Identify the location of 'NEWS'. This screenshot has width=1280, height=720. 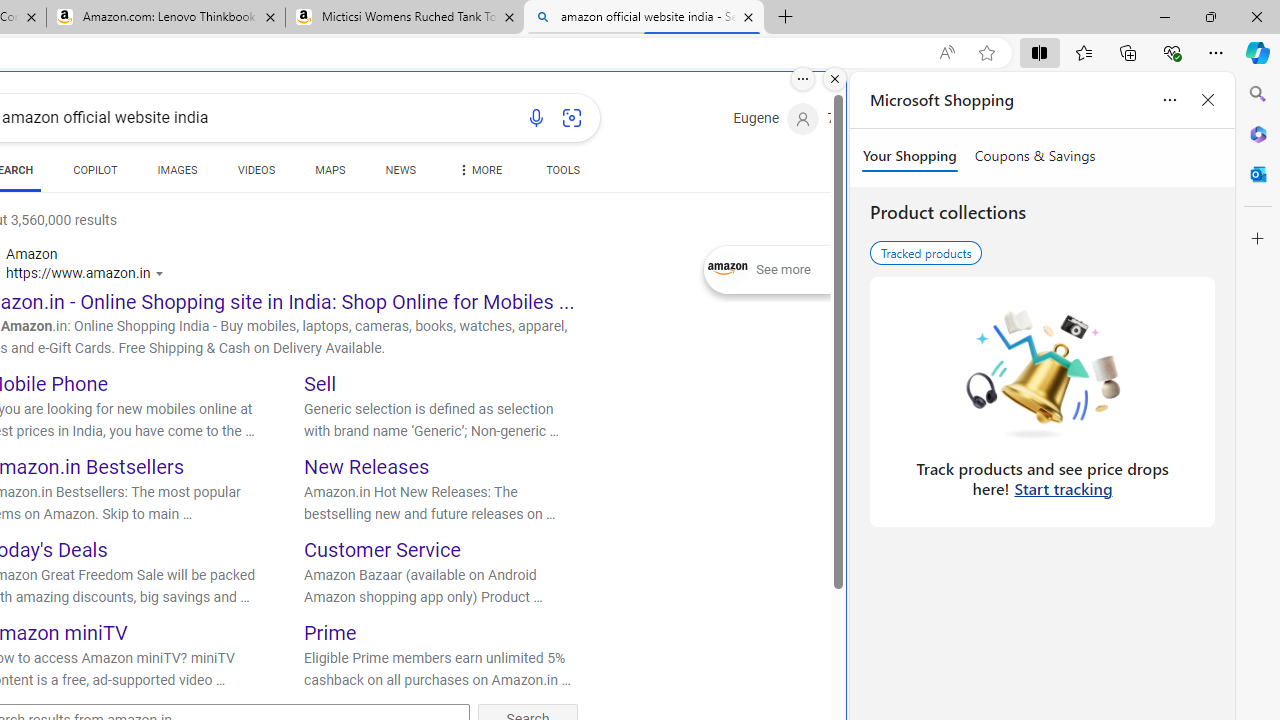
(400, 170).